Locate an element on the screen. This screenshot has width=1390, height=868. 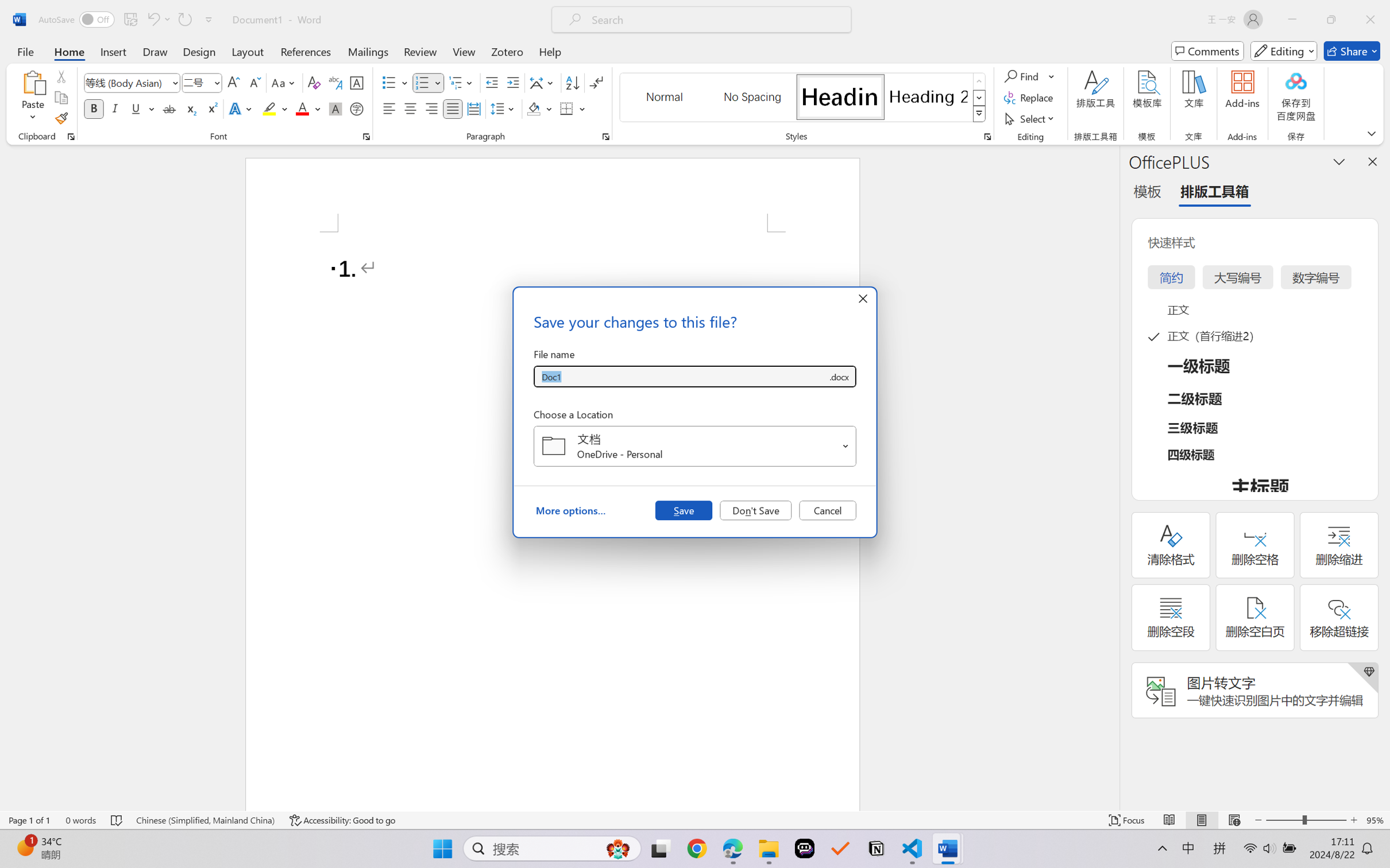
'Google Chrome' is located at coordinates (697, 848).